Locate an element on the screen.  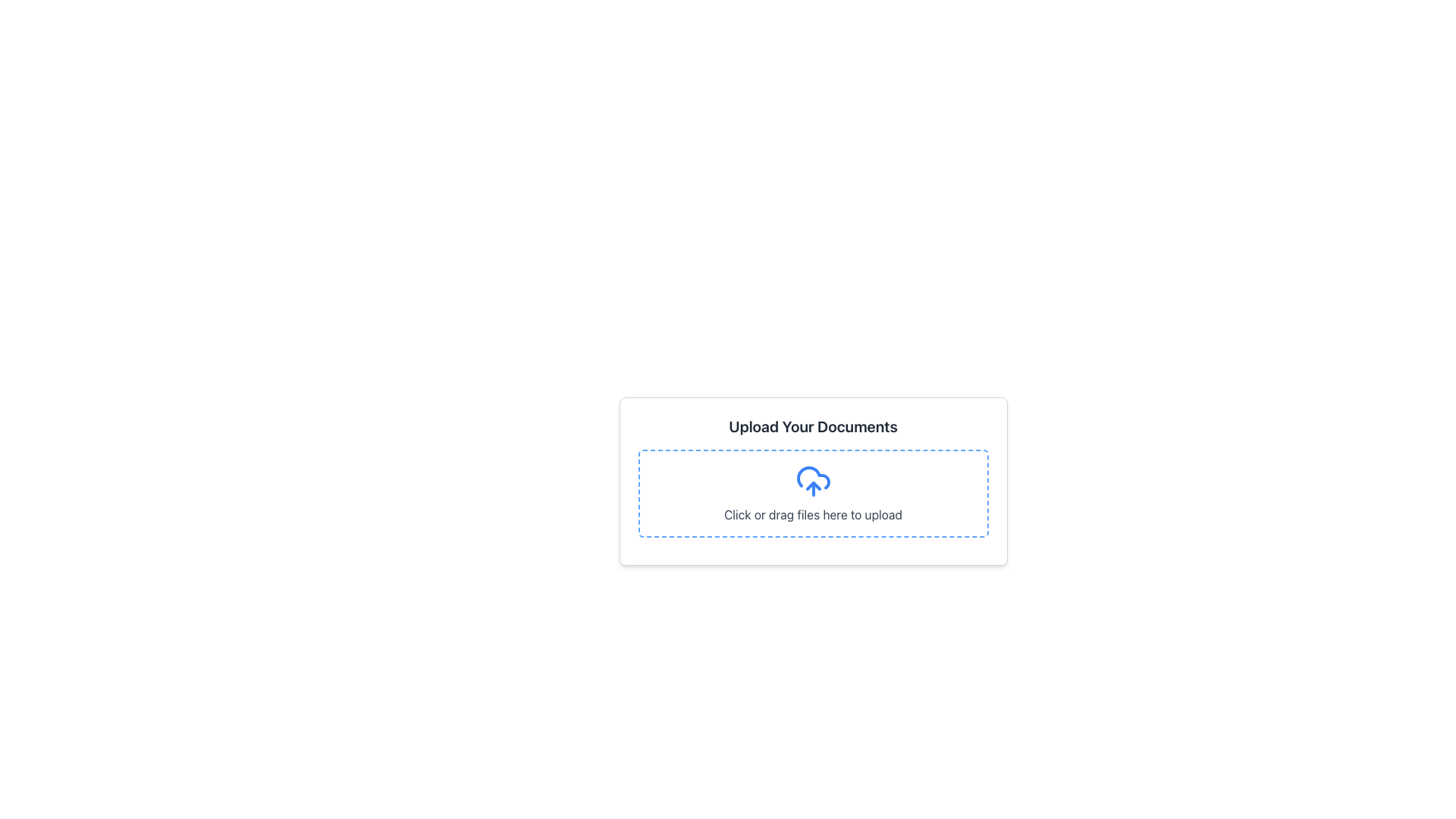
a file over the blue cloud icon with an upward arrow, which is centrally aligned above the text 'Click or drag files here is located at coordinates (812, 482).